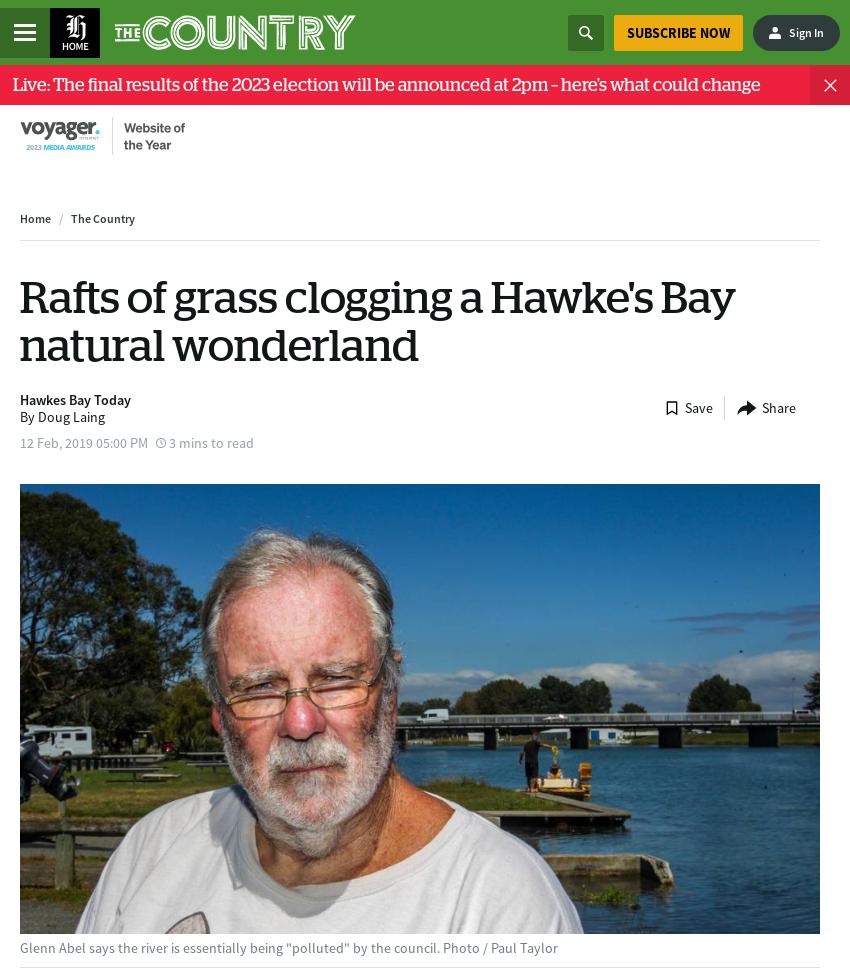  What do you see at coordinates (677, 31) in the screenshot?
I see `'Subscribe now'` at bounding box center [677, 31].